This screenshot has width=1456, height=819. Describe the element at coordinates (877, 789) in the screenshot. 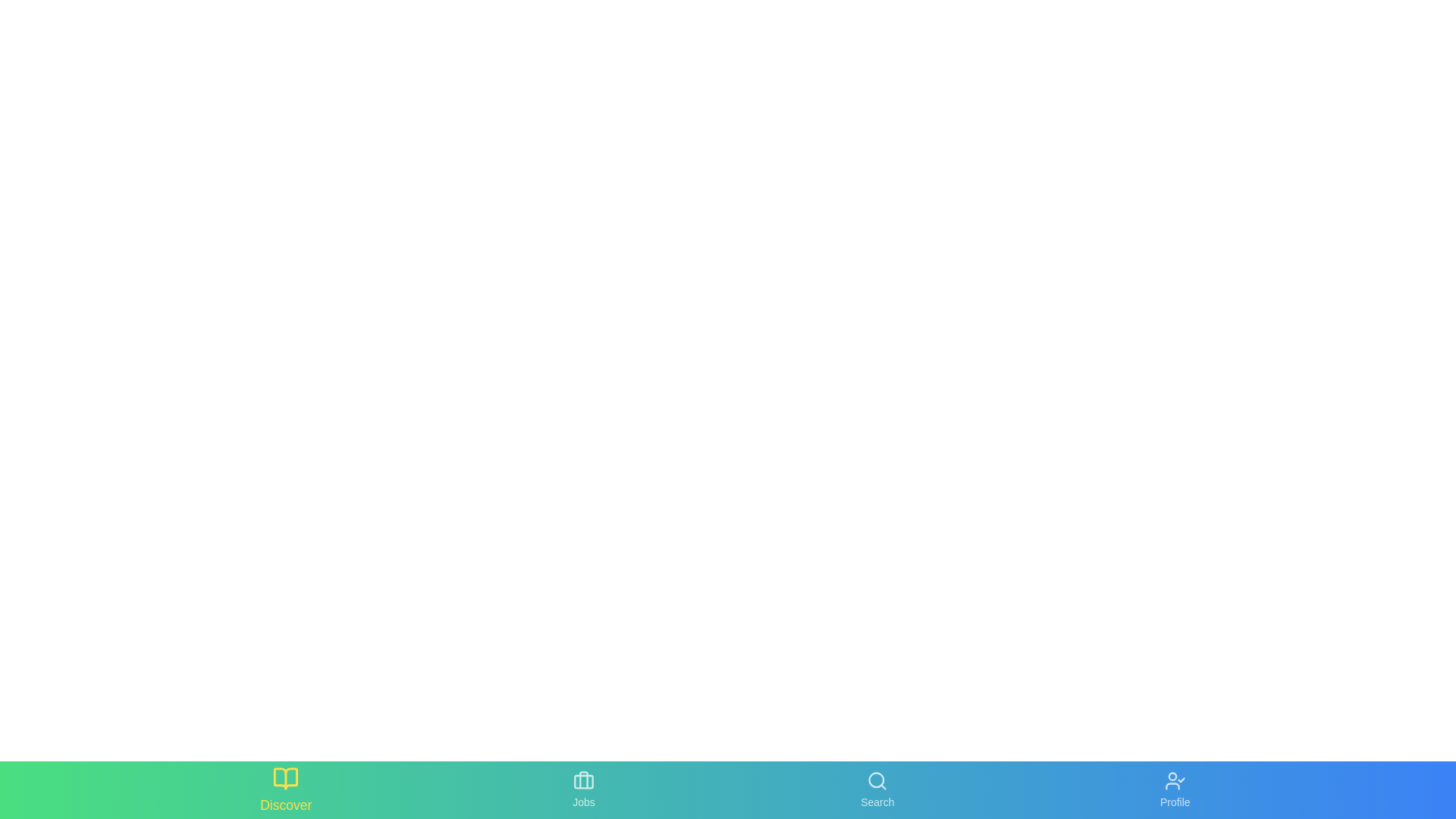

I see `the 'Search' button to activate the 'Search' section` at that location.